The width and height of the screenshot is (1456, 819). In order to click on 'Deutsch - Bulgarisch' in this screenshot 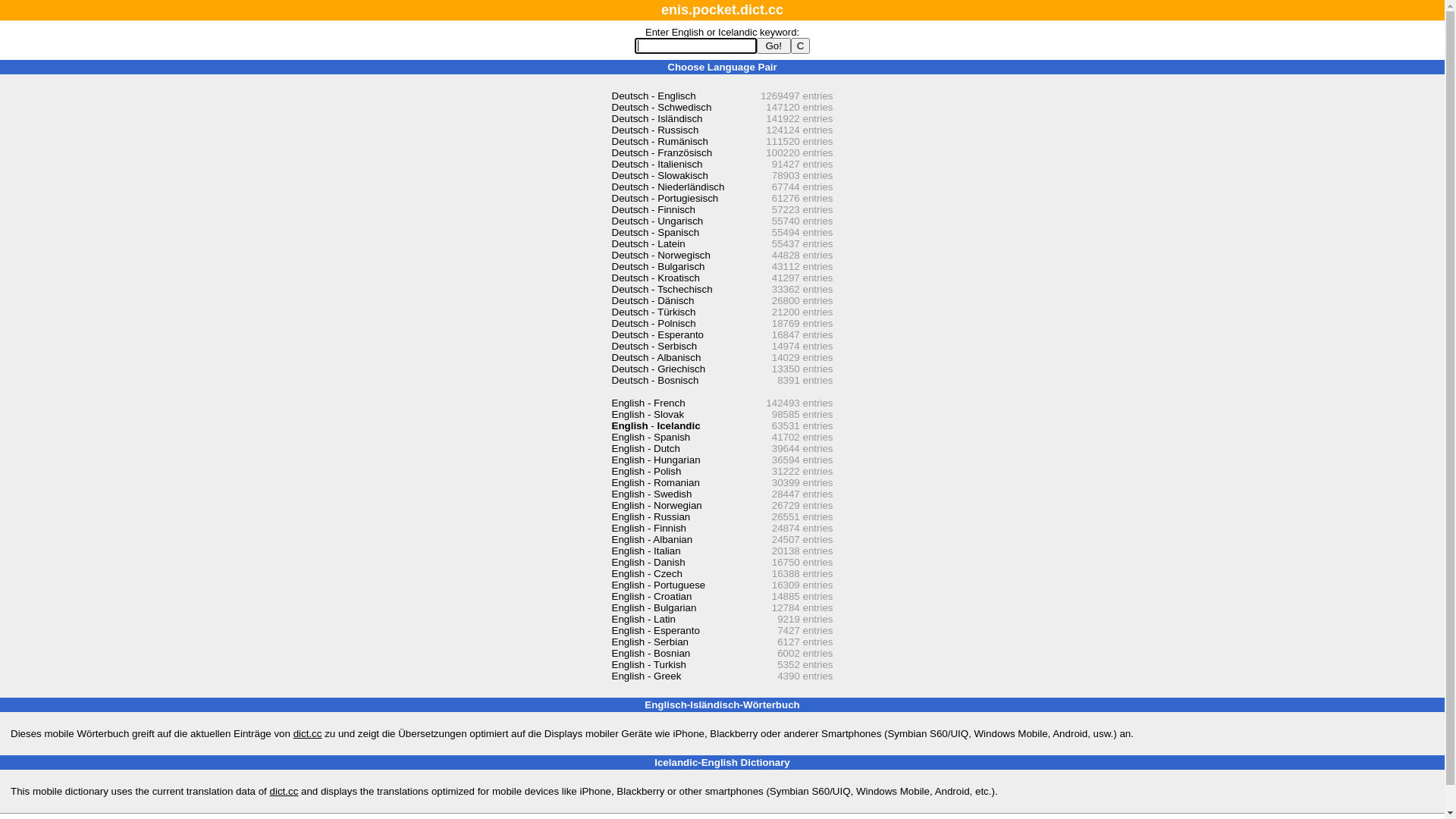, I will do `click(611, 265)`.